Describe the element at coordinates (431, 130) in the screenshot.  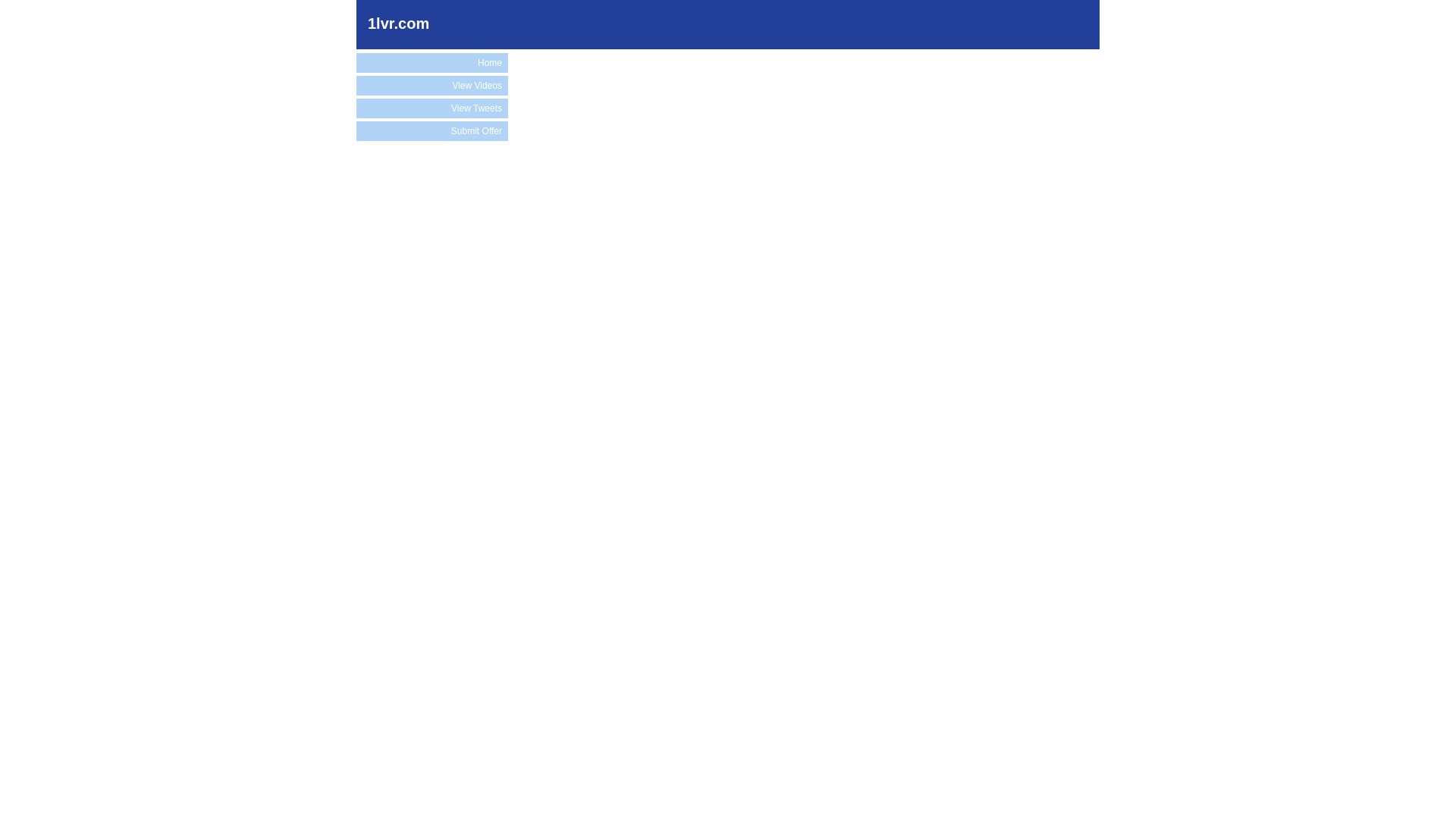
I see `'Submit Offer'` at that location.